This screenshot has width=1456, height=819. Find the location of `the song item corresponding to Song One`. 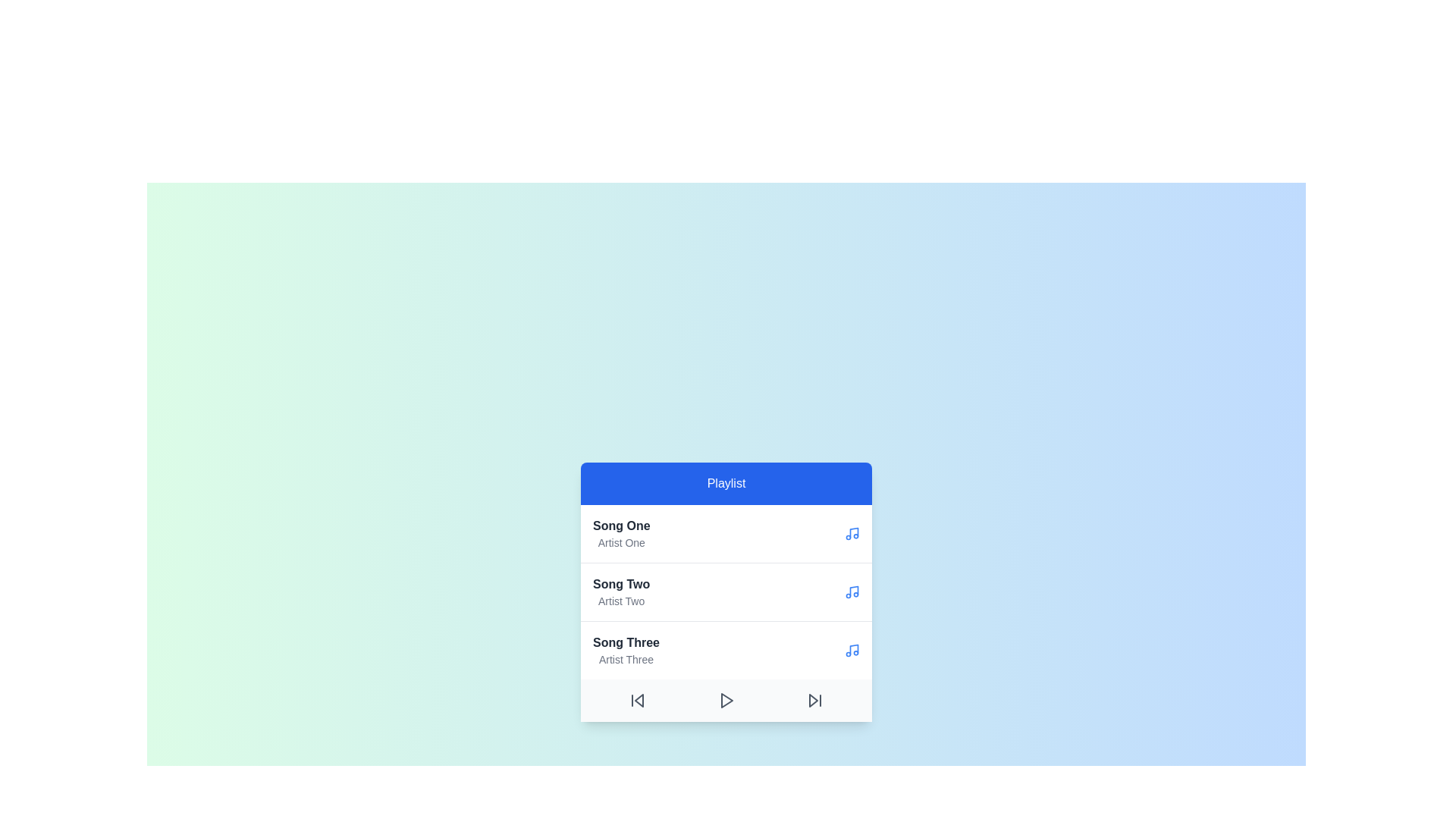

the song item corresponding to Song One is located at coordinates (621, 533).